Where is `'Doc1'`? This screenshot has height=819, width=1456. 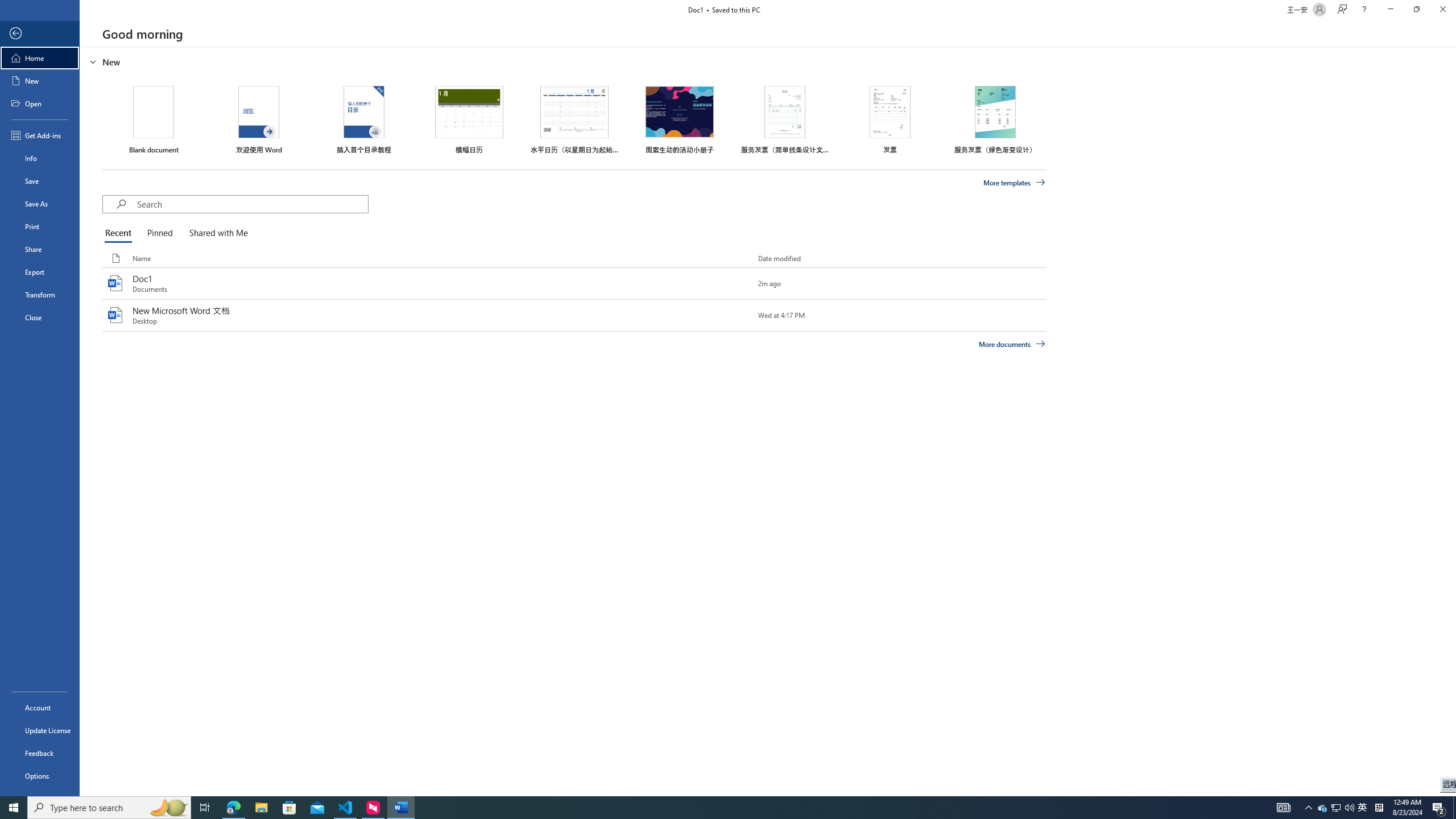 'Doc1' is located at coordinates (573, 283).